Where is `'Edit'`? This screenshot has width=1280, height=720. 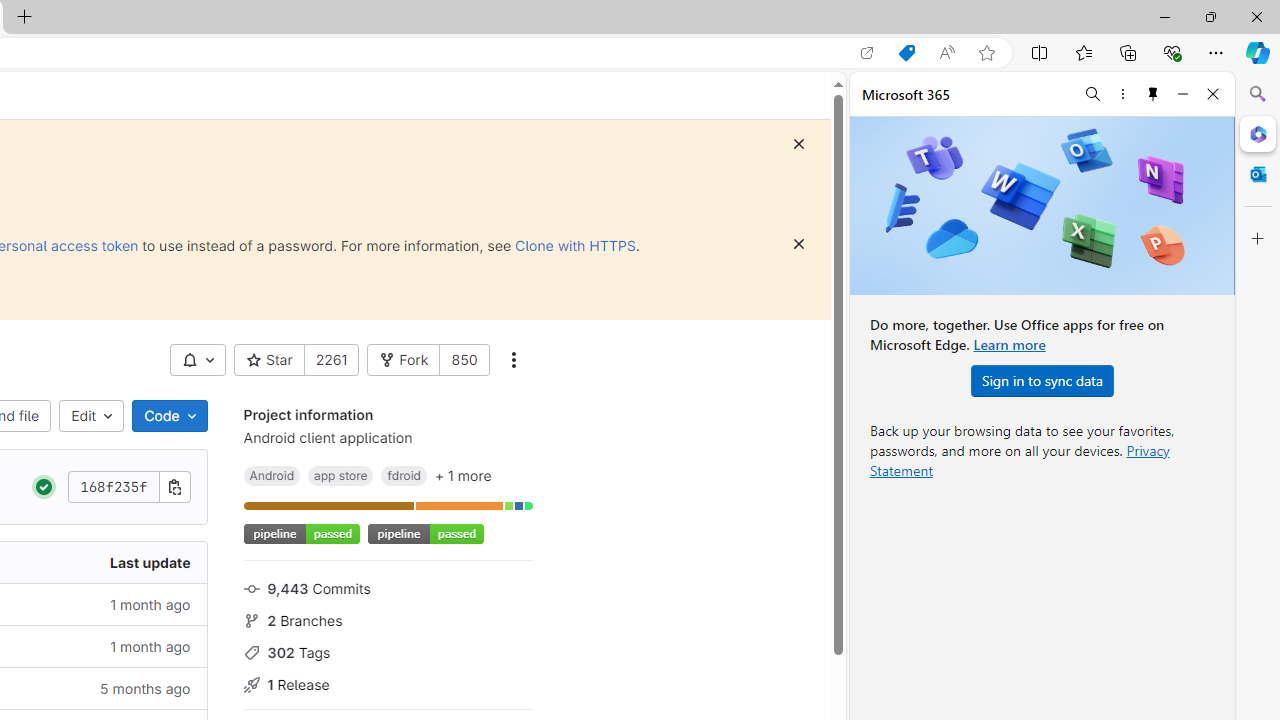 'Edit' is located at coordinates (91, 415).